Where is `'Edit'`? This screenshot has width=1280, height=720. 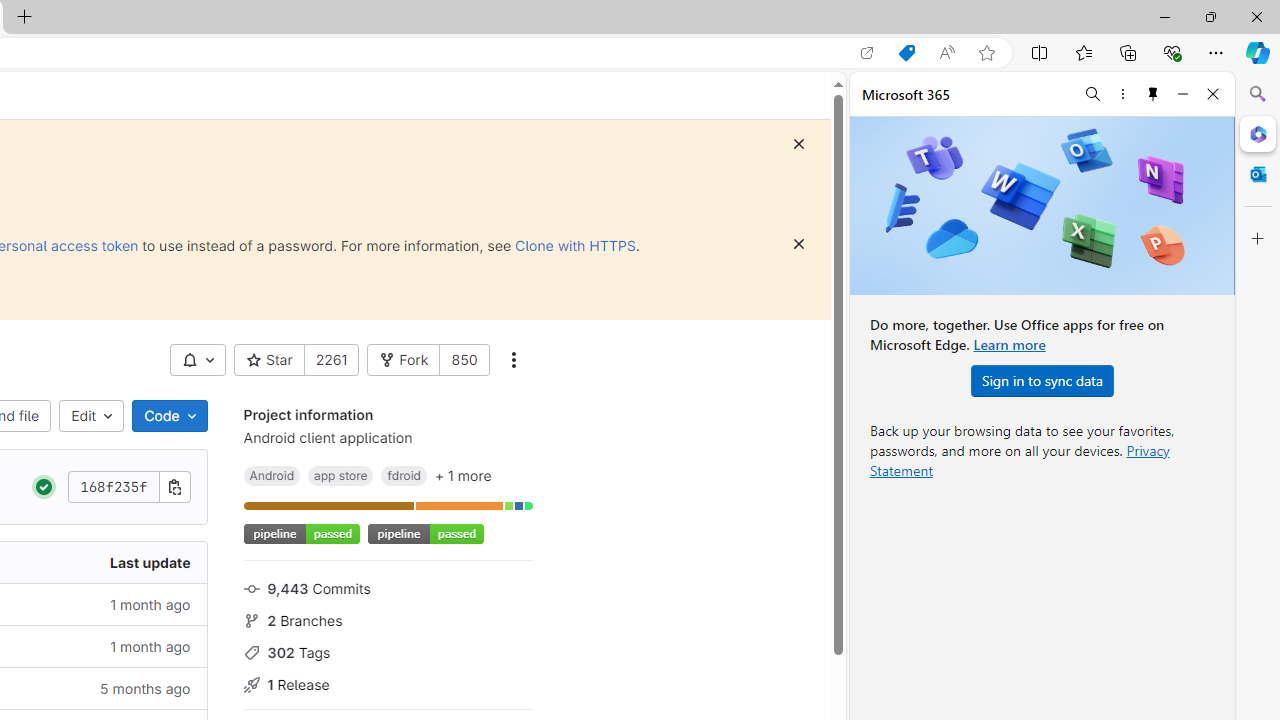 'Edit' is located at coordinates (91, 415).